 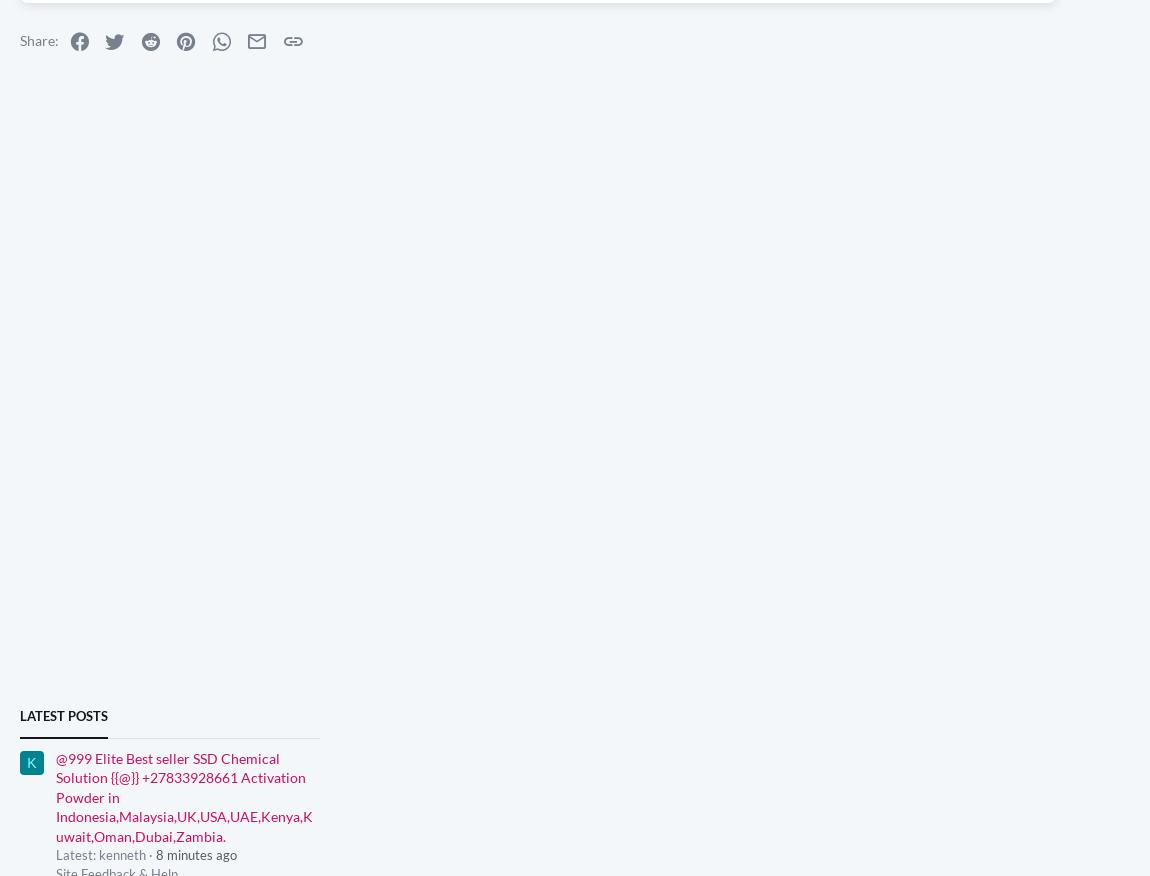 What do you see at coordinates (105, 18) in the screenshot?
I see `'2'` at bounding box center [105, 18].